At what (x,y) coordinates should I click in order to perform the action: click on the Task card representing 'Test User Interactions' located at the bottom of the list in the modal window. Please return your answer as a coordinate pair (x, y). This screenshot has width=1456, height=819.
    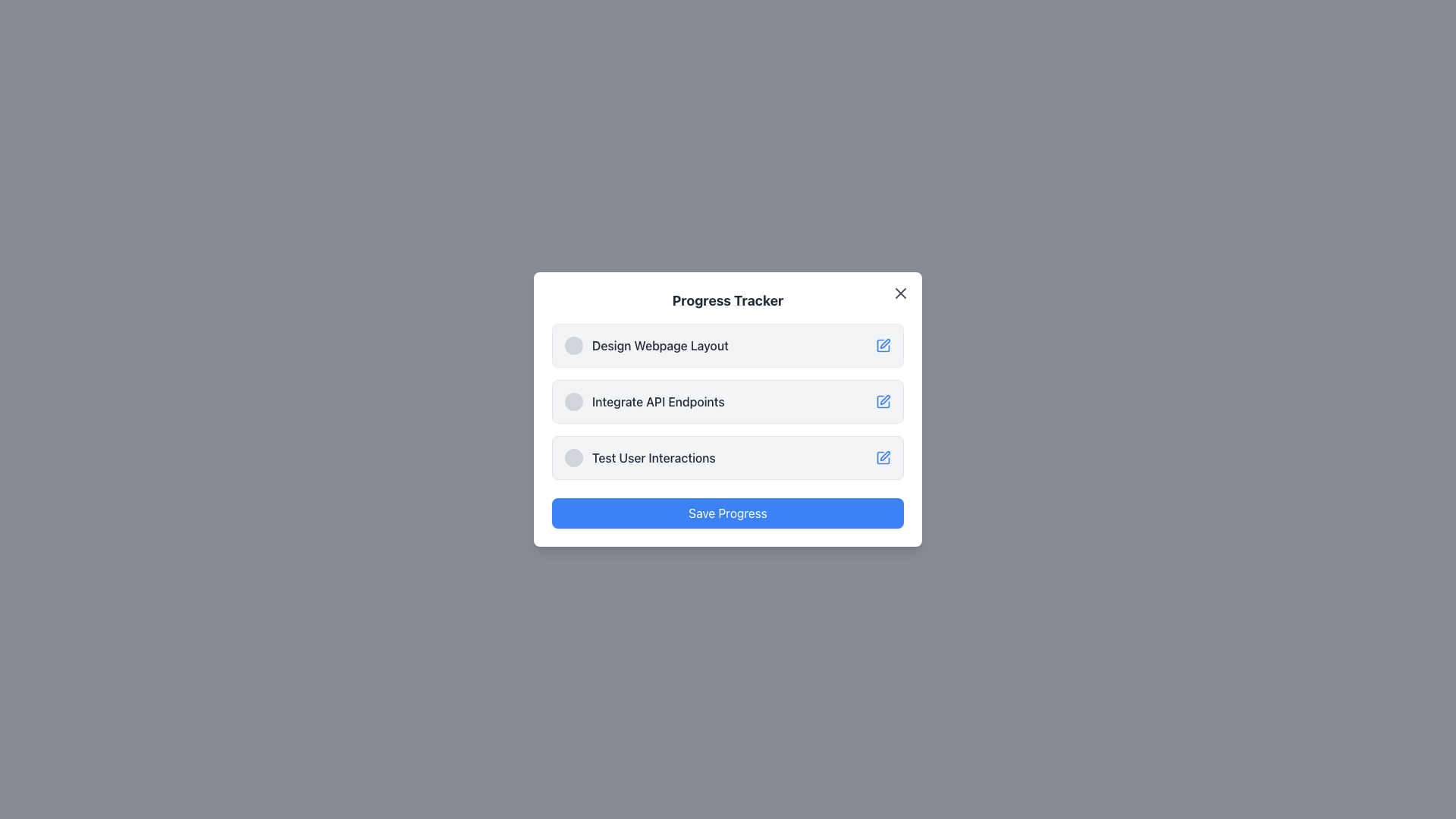
    Looking at the image, I should click on (728, 457).